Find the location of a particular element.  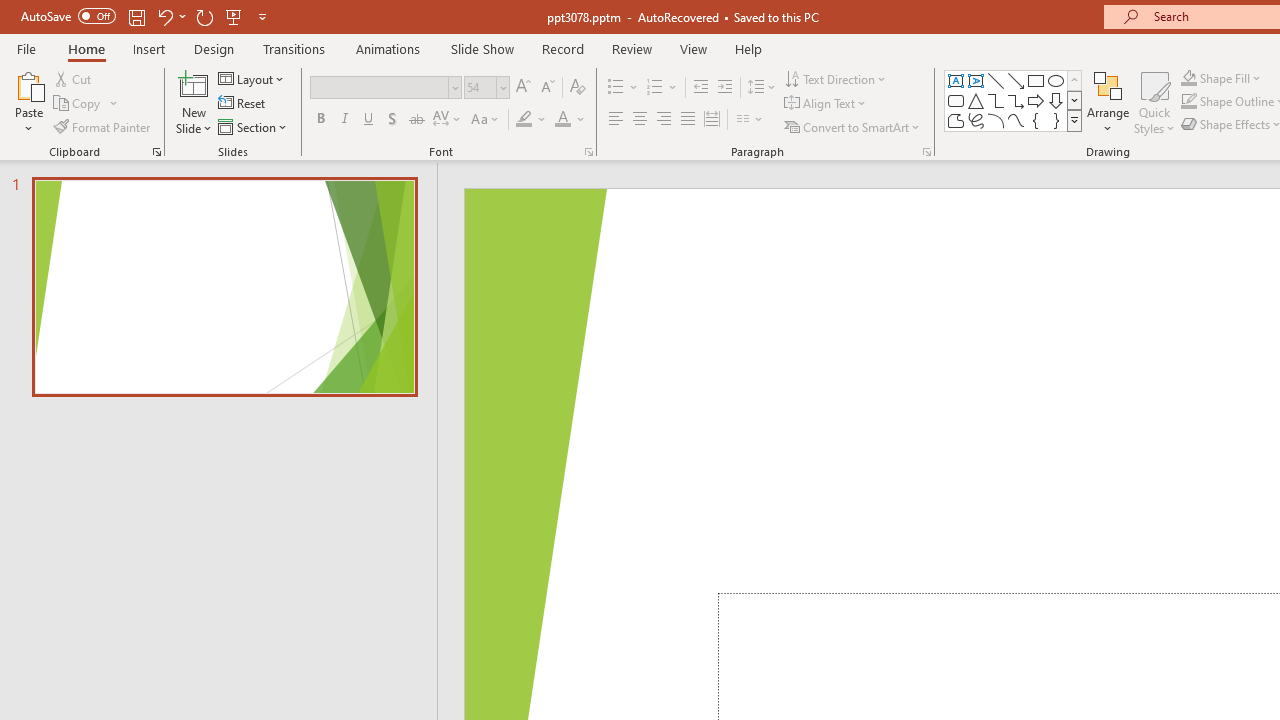

'Center' is located at coordinates (640, 119).